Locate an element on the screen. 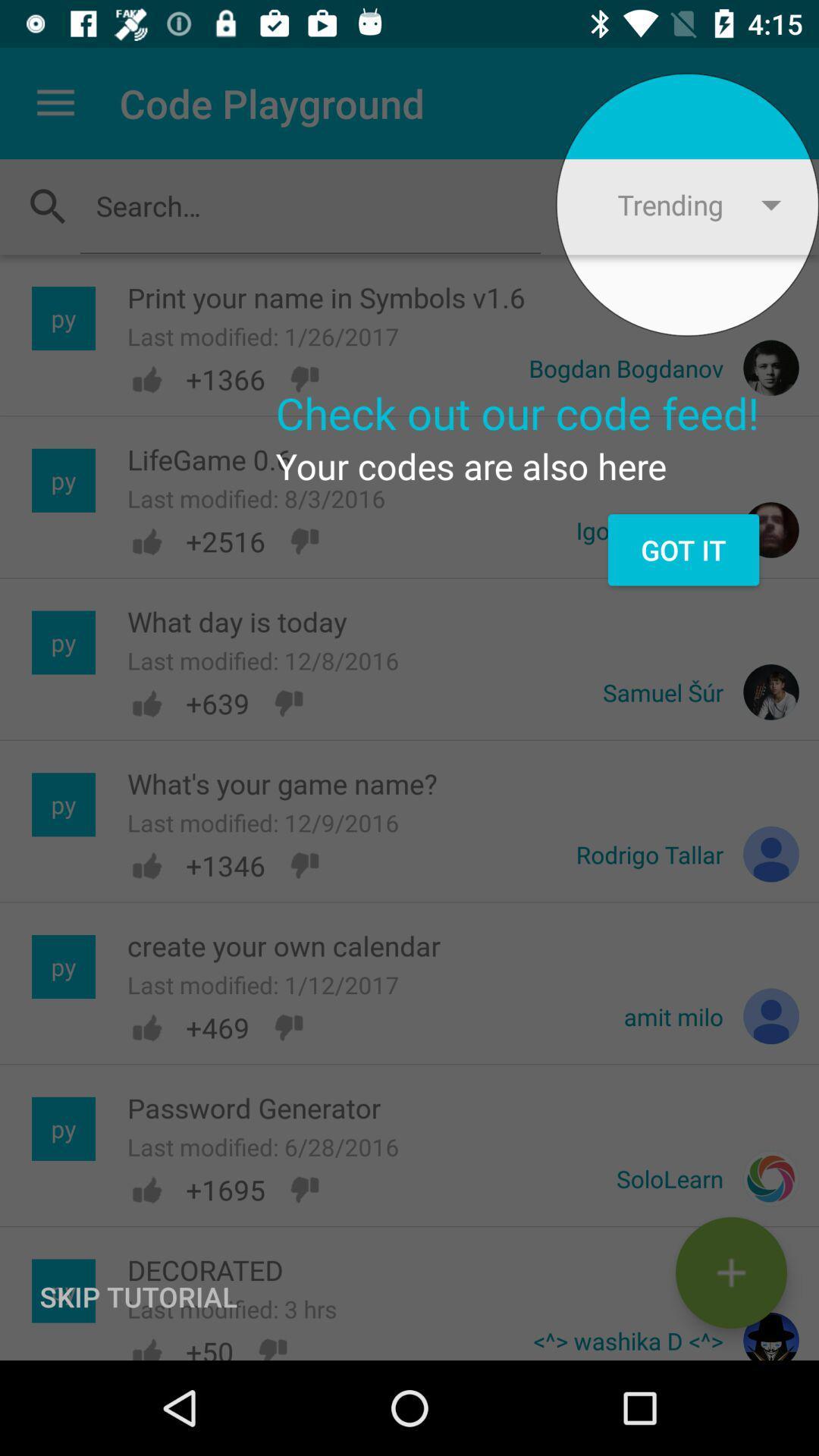  the add icon is located at coordinates (730, 1272).